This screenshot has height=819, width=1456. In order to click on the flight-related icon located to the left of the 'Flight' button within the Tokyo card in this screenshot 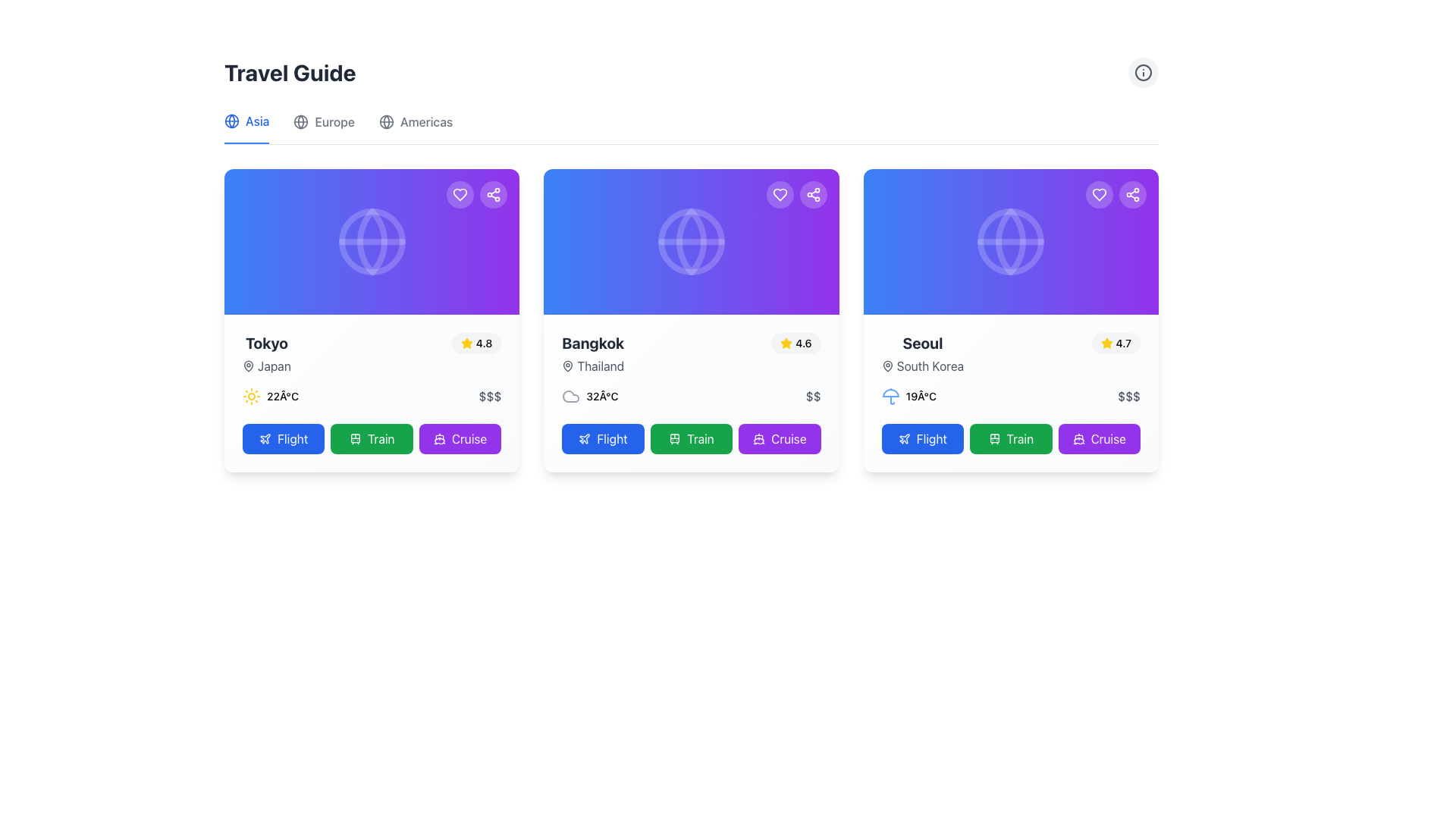, I will do `click(265, 438)`.